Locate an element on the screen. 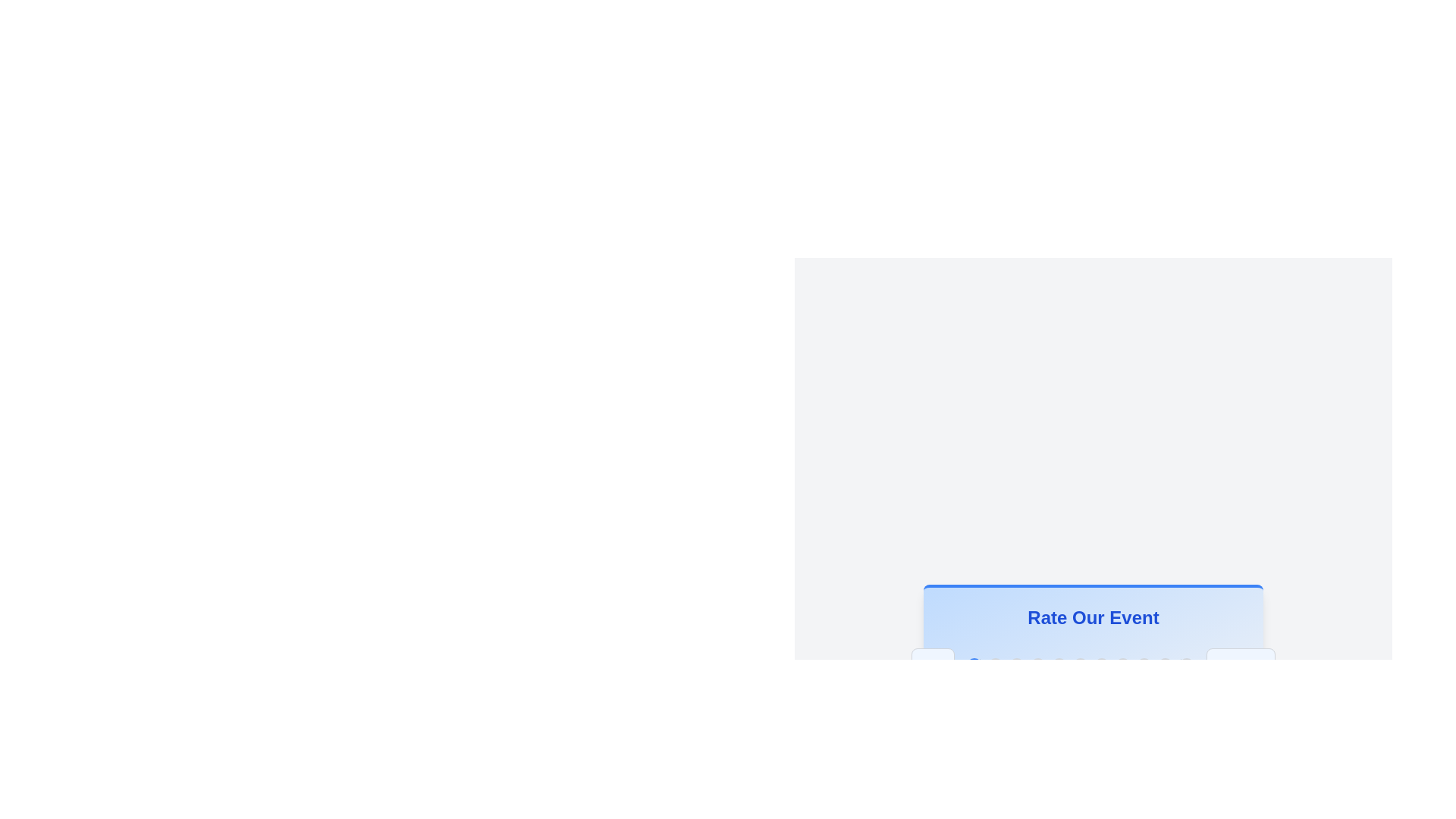 This screenshot has height=819, width=1456. the second circular Number button in the row below the 'Rate Our Event' blue box is located at coordinates (995, 665).